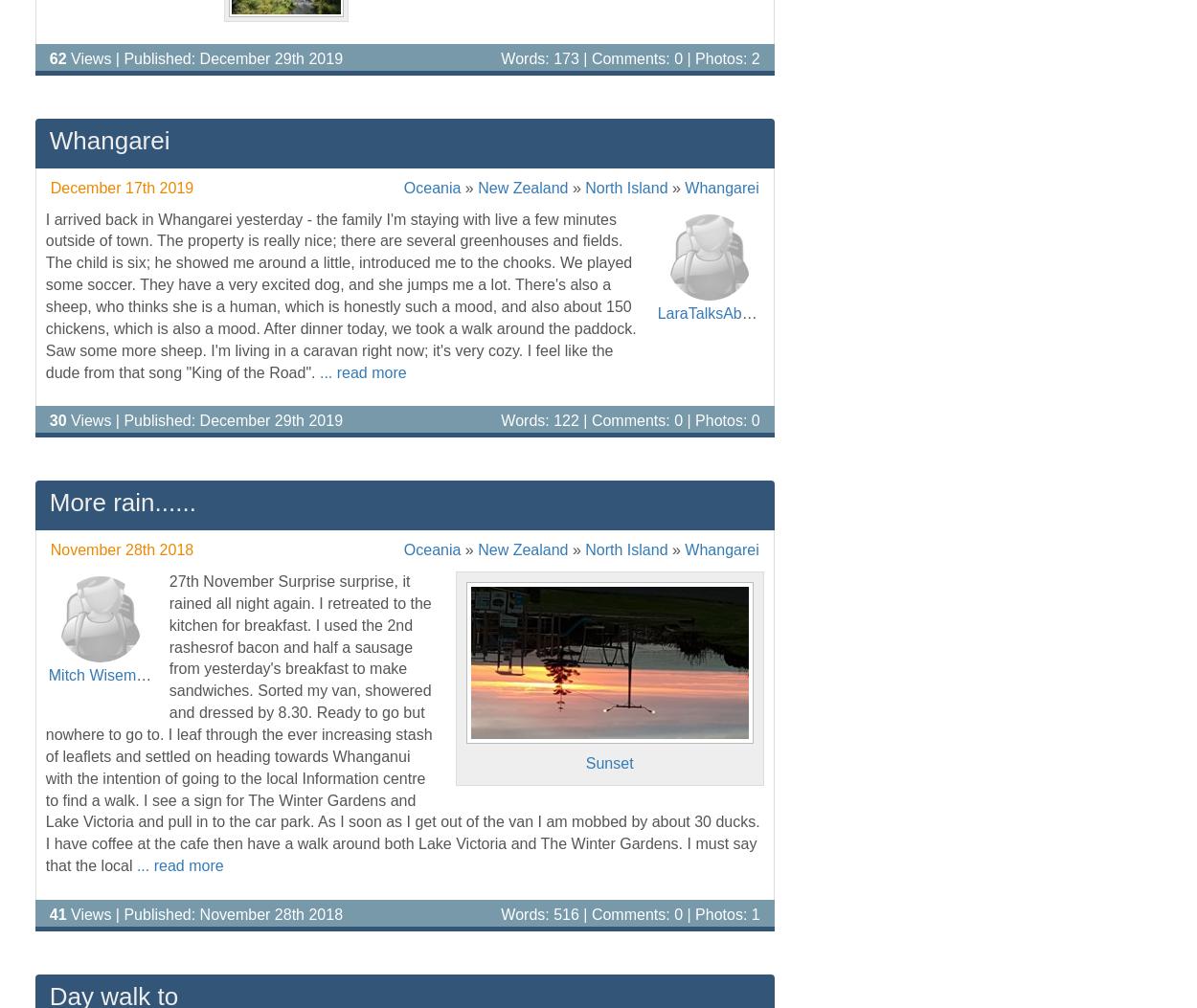 The image size is (1197, 1008). Describe the element at coordinates (57, 56) in the screenshot. I see `'62'` at that location.